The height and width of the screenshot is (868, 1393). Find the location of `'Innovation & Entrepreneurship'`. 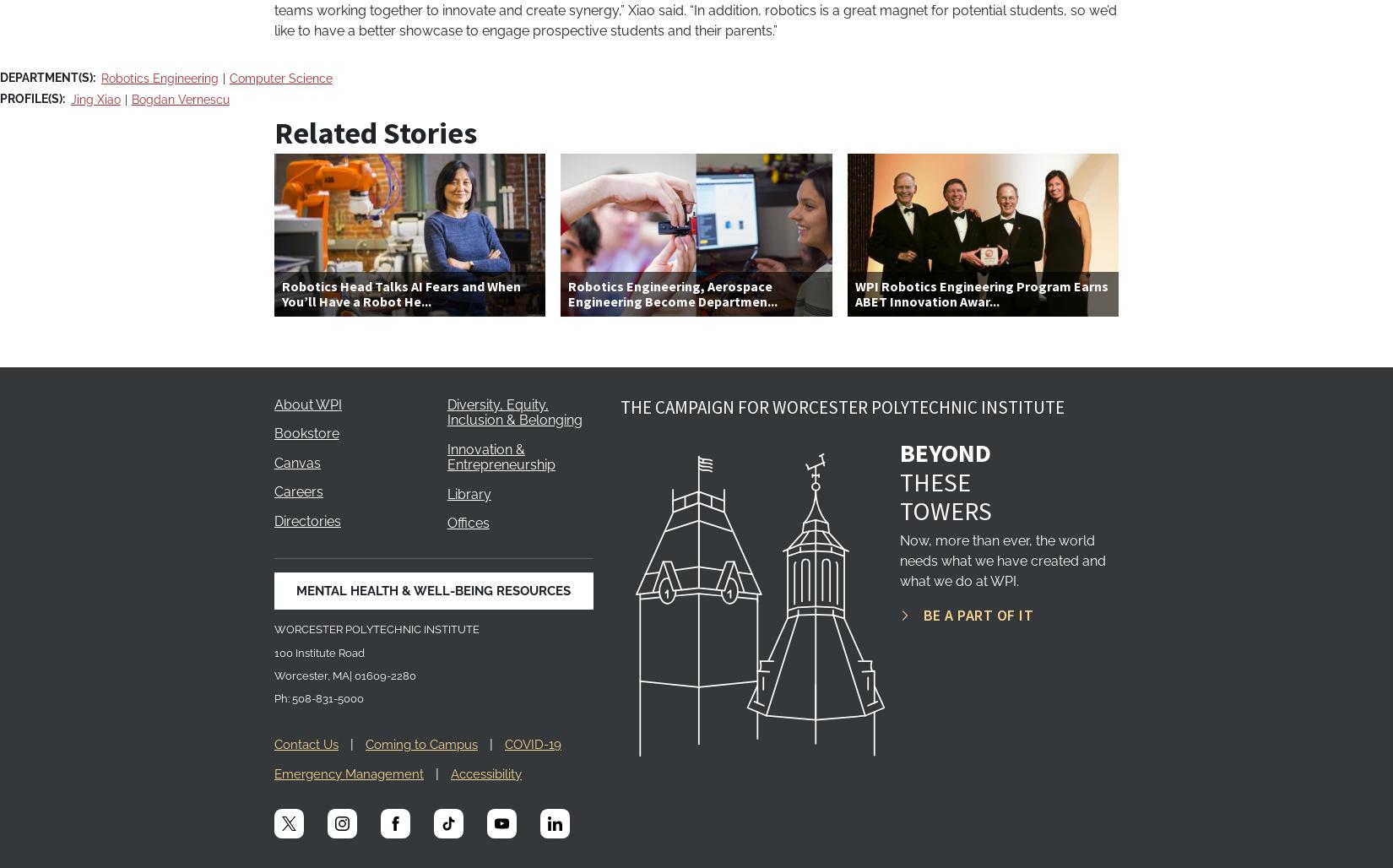

'Innovation & Entrepreneurship' is located at coordinates (500, 457).